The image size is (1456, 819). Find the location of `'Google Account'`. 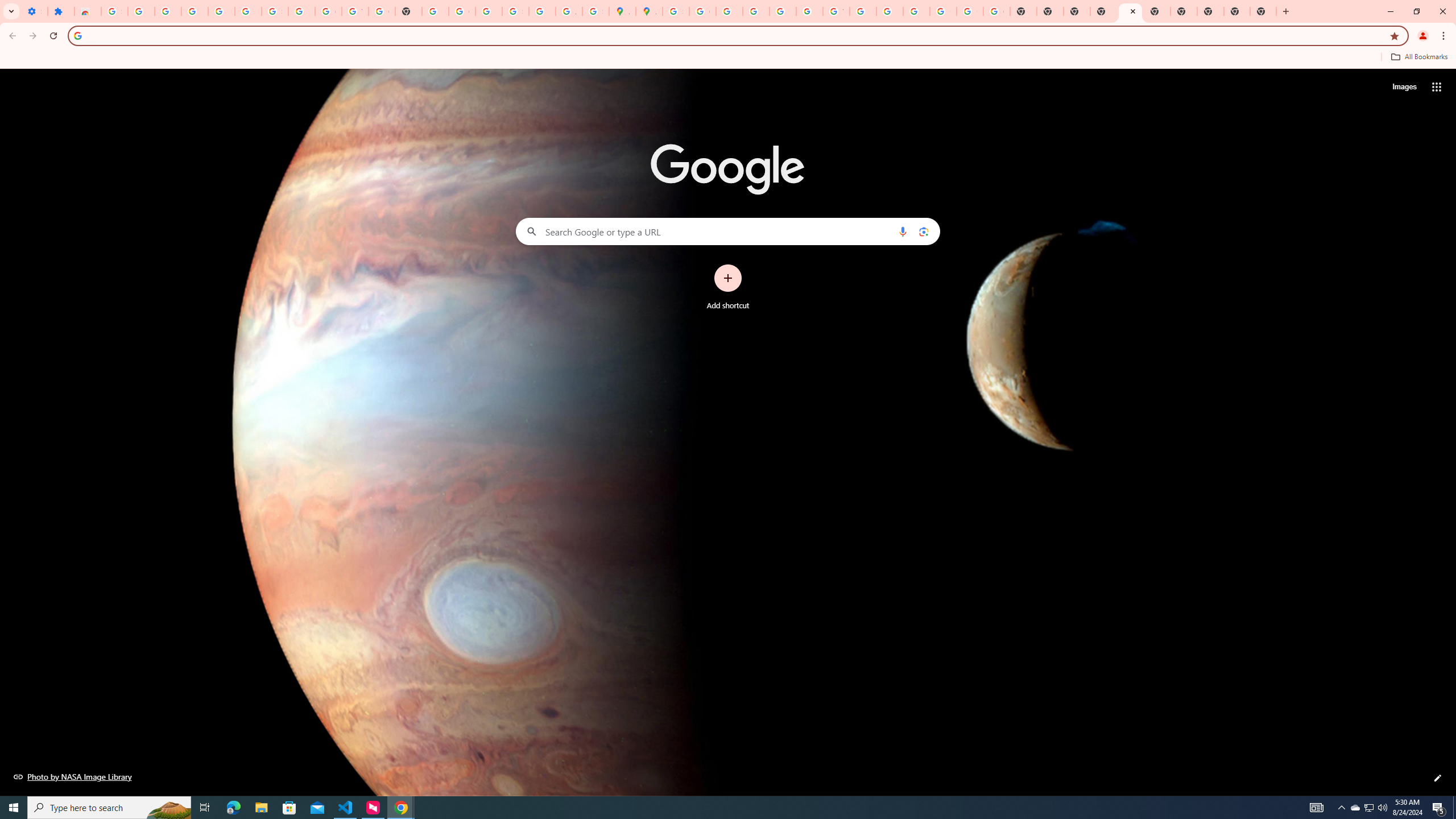

'Google Account' is located at coordinates (328, 11).